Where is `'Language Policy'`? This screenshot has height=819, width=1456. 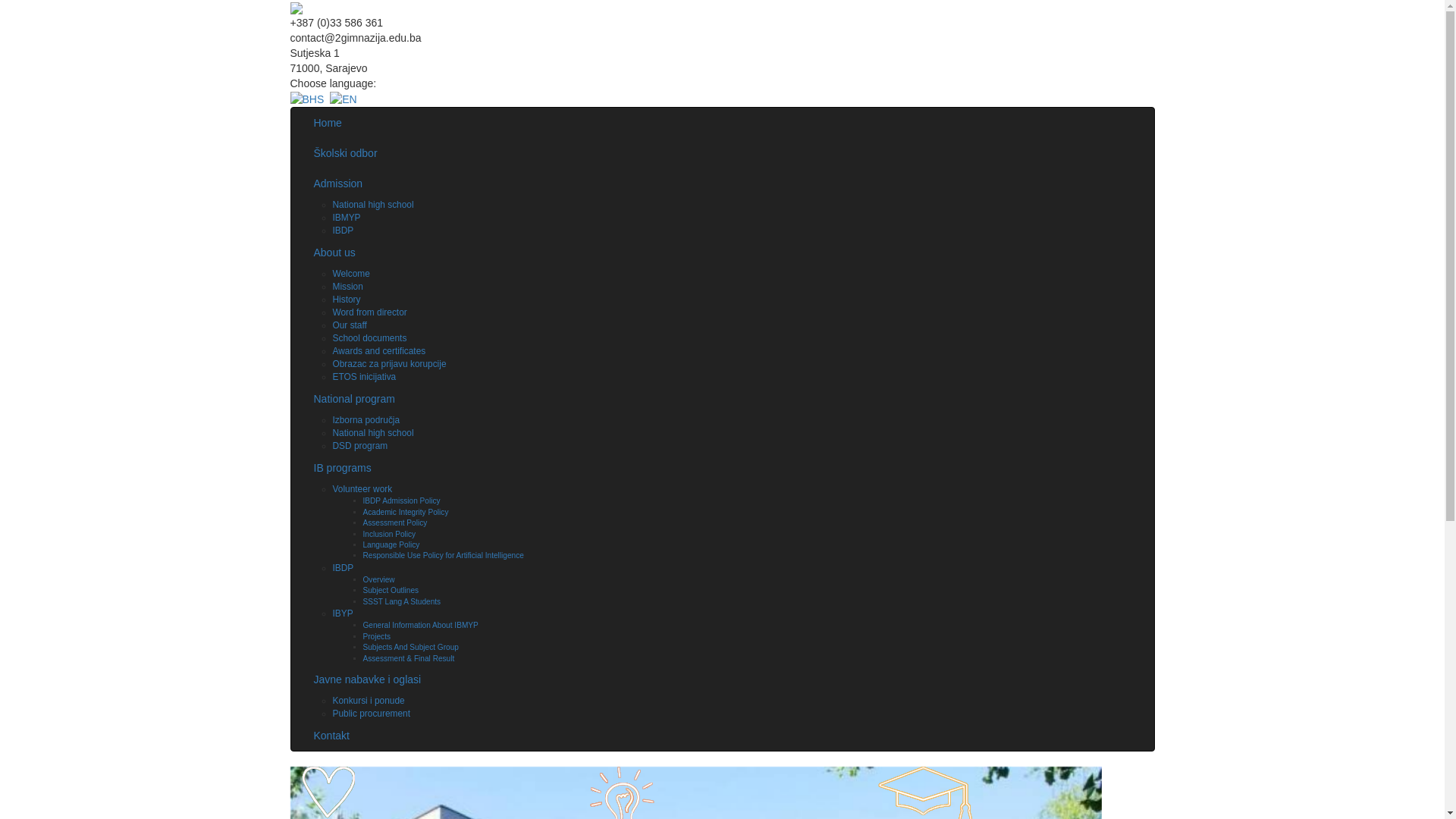
'Language Policy' is located at coordinates (391, 544).